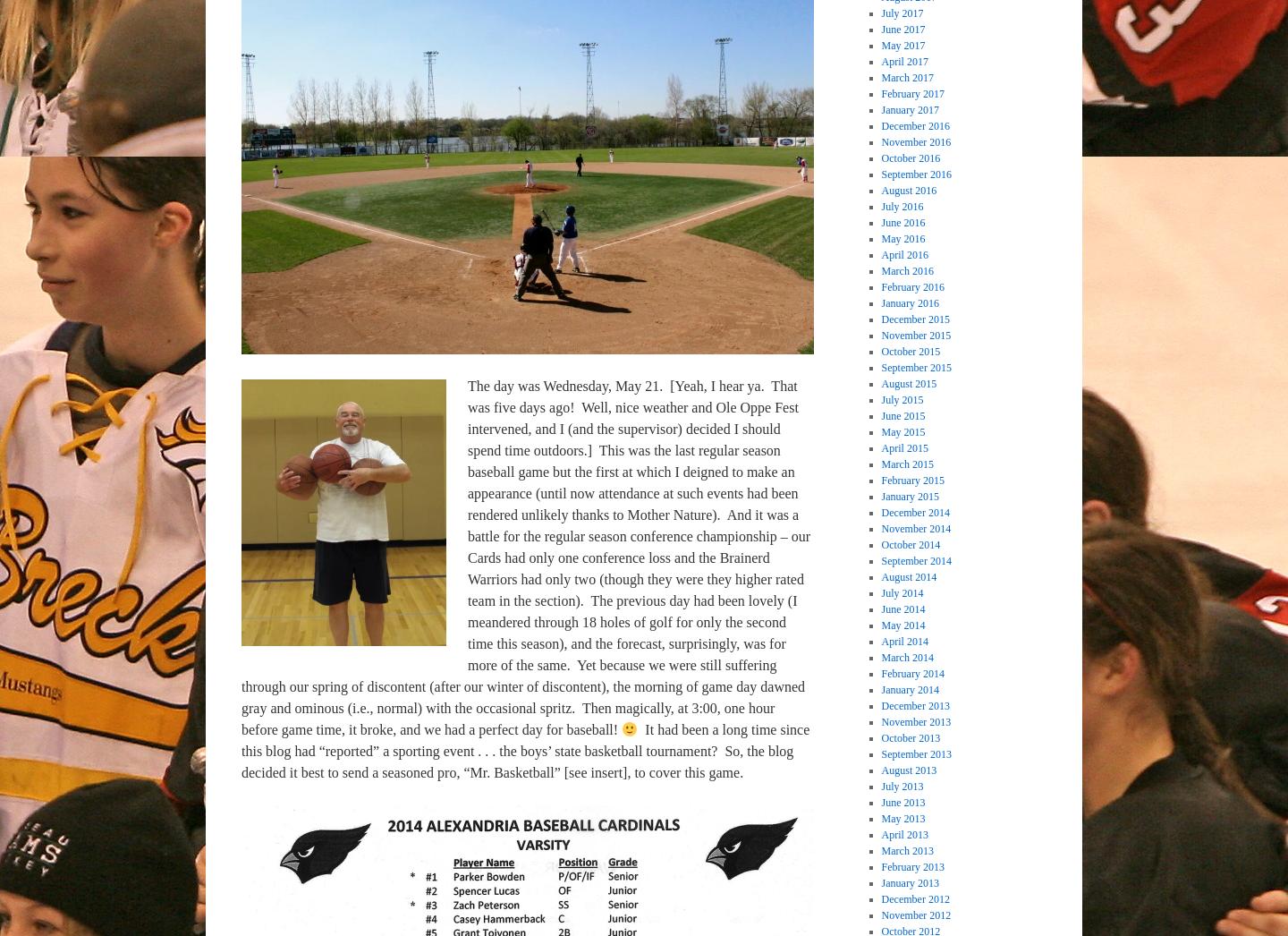 This screenshot has width=1288, height=936. I want to click on 'April 2016', so click(903, 253).